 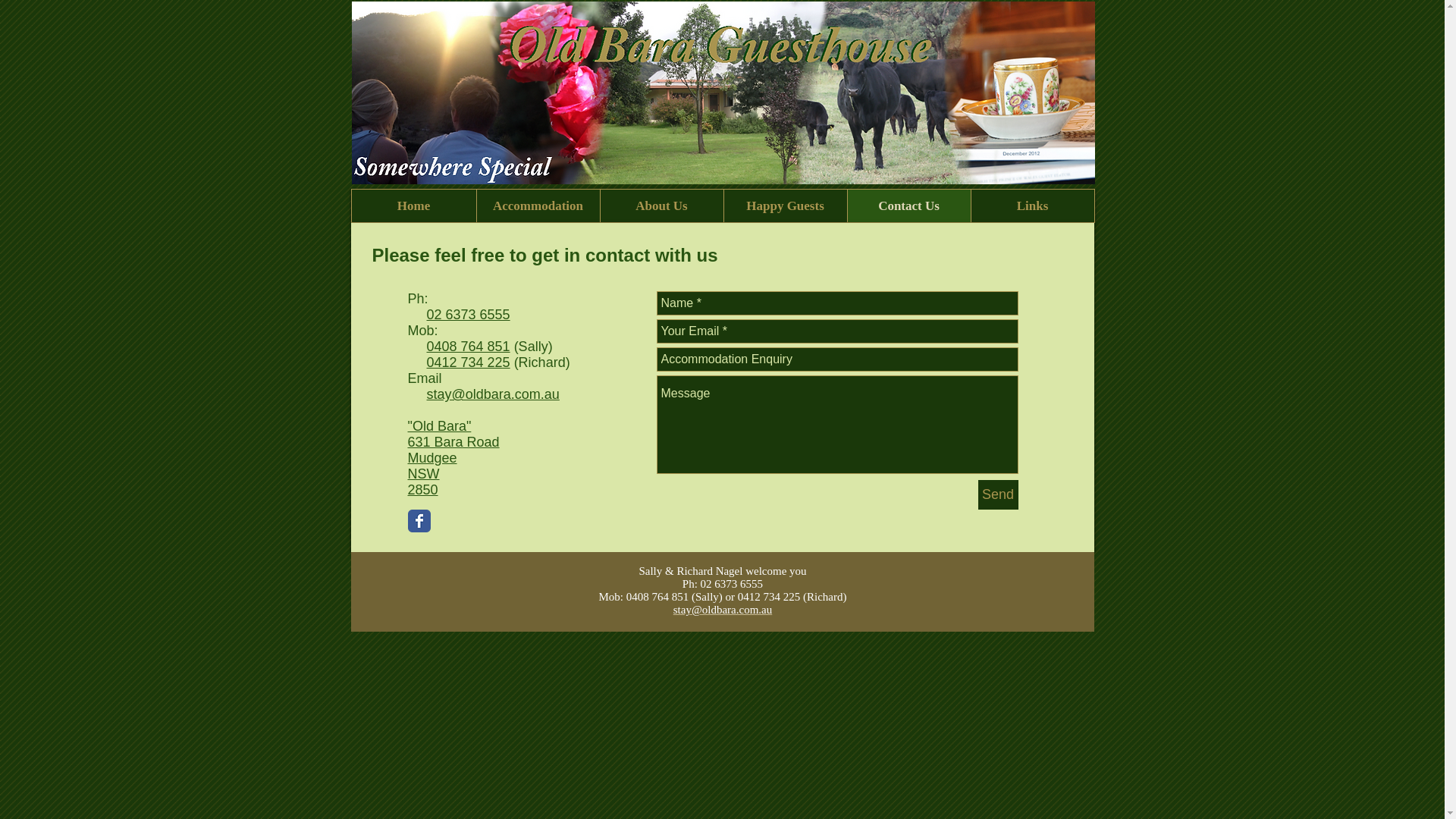 What do you see at coordinates (425, 314) in the screenshot?
I see `'02 6373 6555'` at bounding box center [425, 314].